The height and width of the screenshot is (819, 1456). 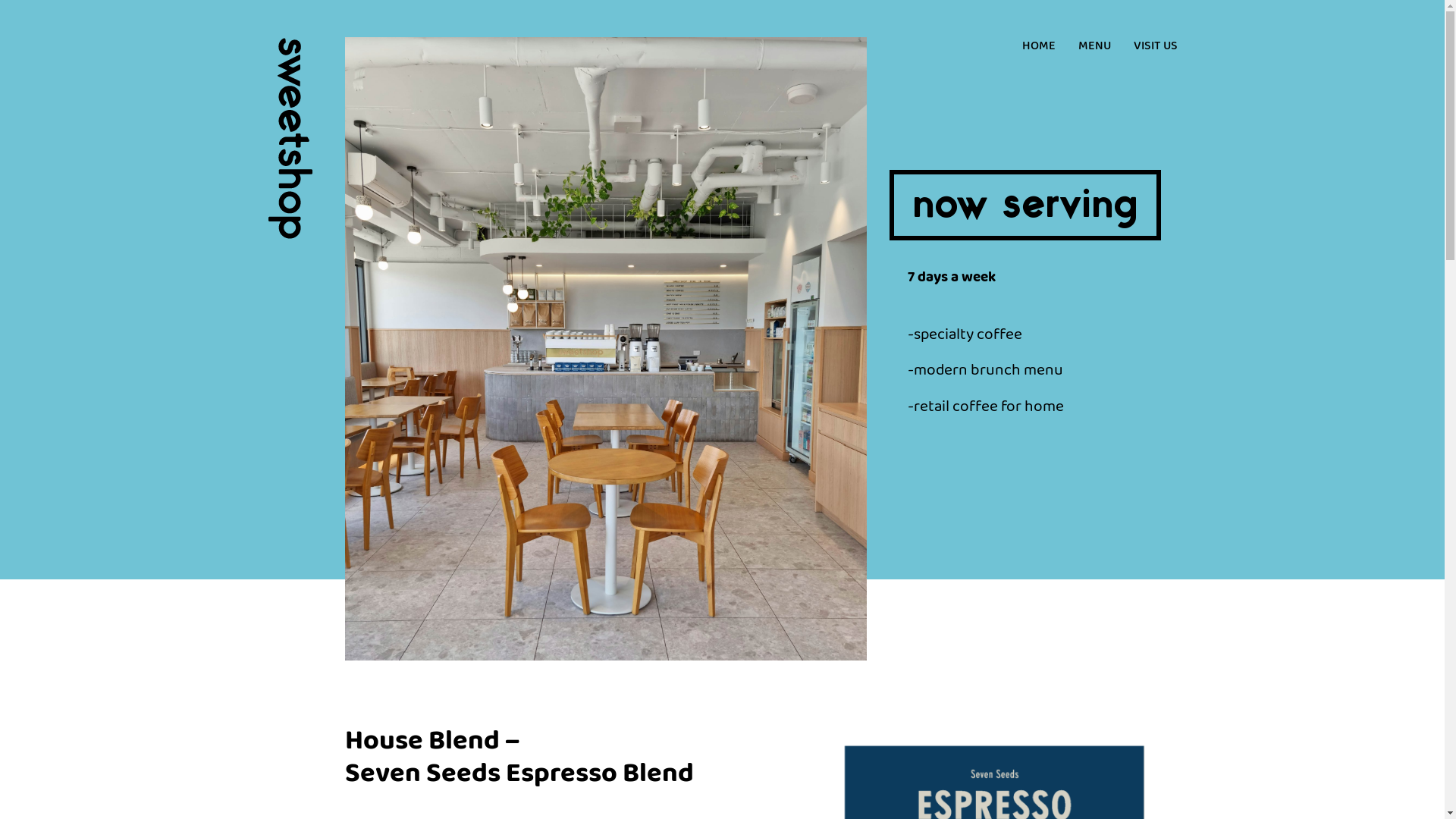 What do you see at coordinates (1153, 45) in the screenshot?
I see `'VISIT US'` at bounding box center [1153, 45].